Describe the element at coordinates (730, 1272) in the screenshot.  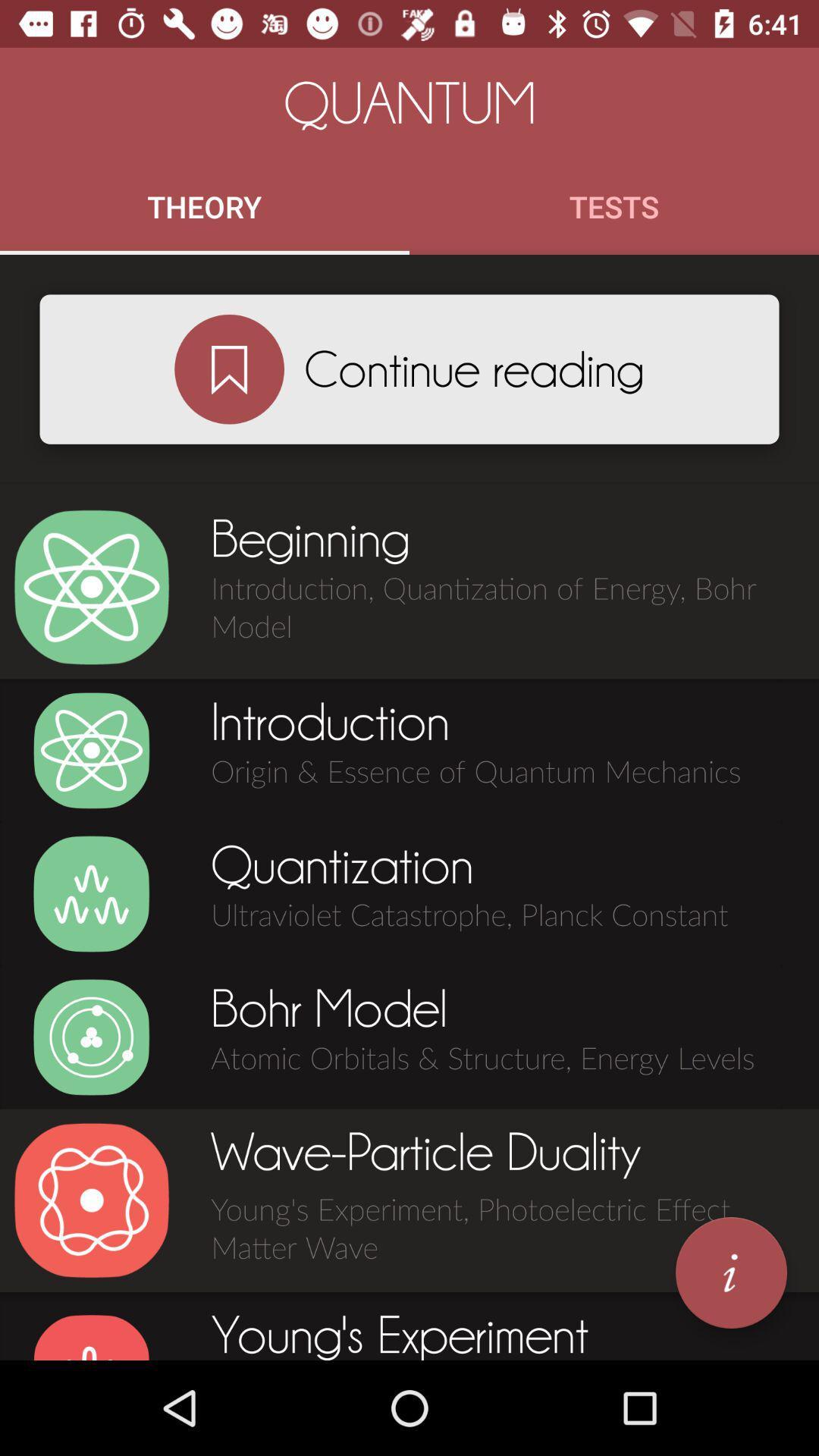
I see `the info icon` at that location.